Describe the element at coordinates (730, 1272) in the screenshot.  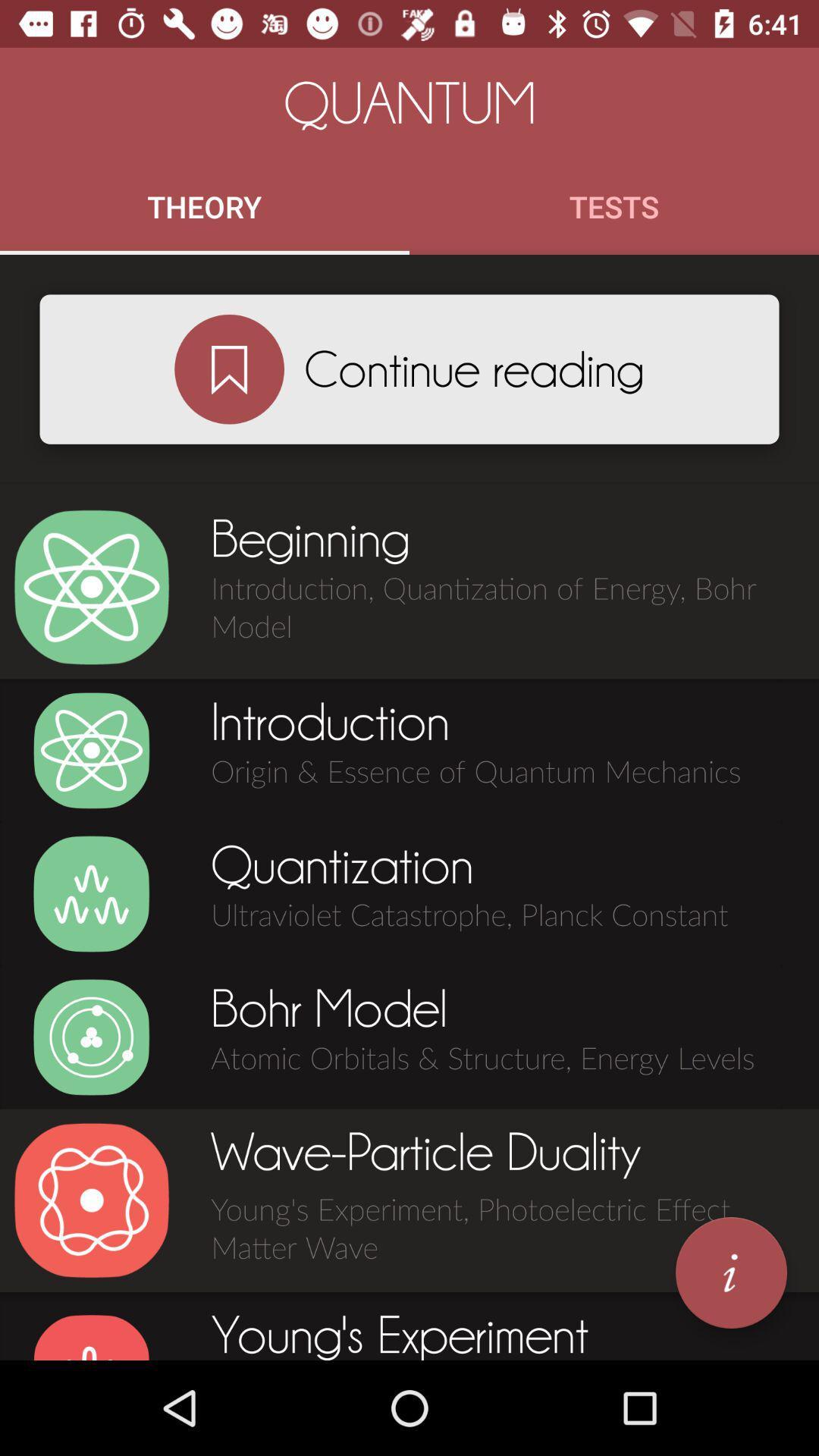
I see `the info icon` at that location.